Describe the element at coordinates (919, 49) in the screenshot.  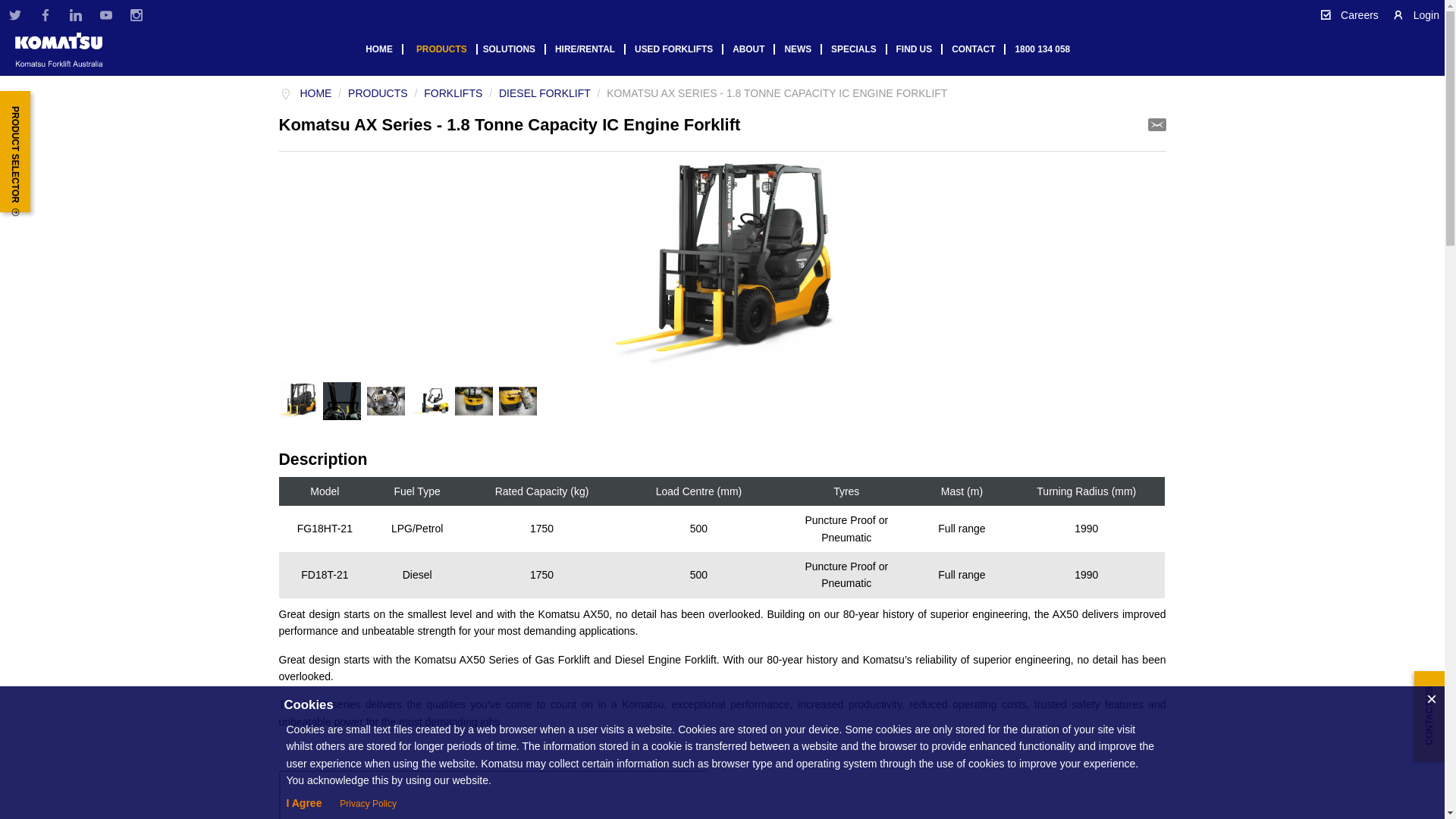
I see `'FIND US'` at that location.